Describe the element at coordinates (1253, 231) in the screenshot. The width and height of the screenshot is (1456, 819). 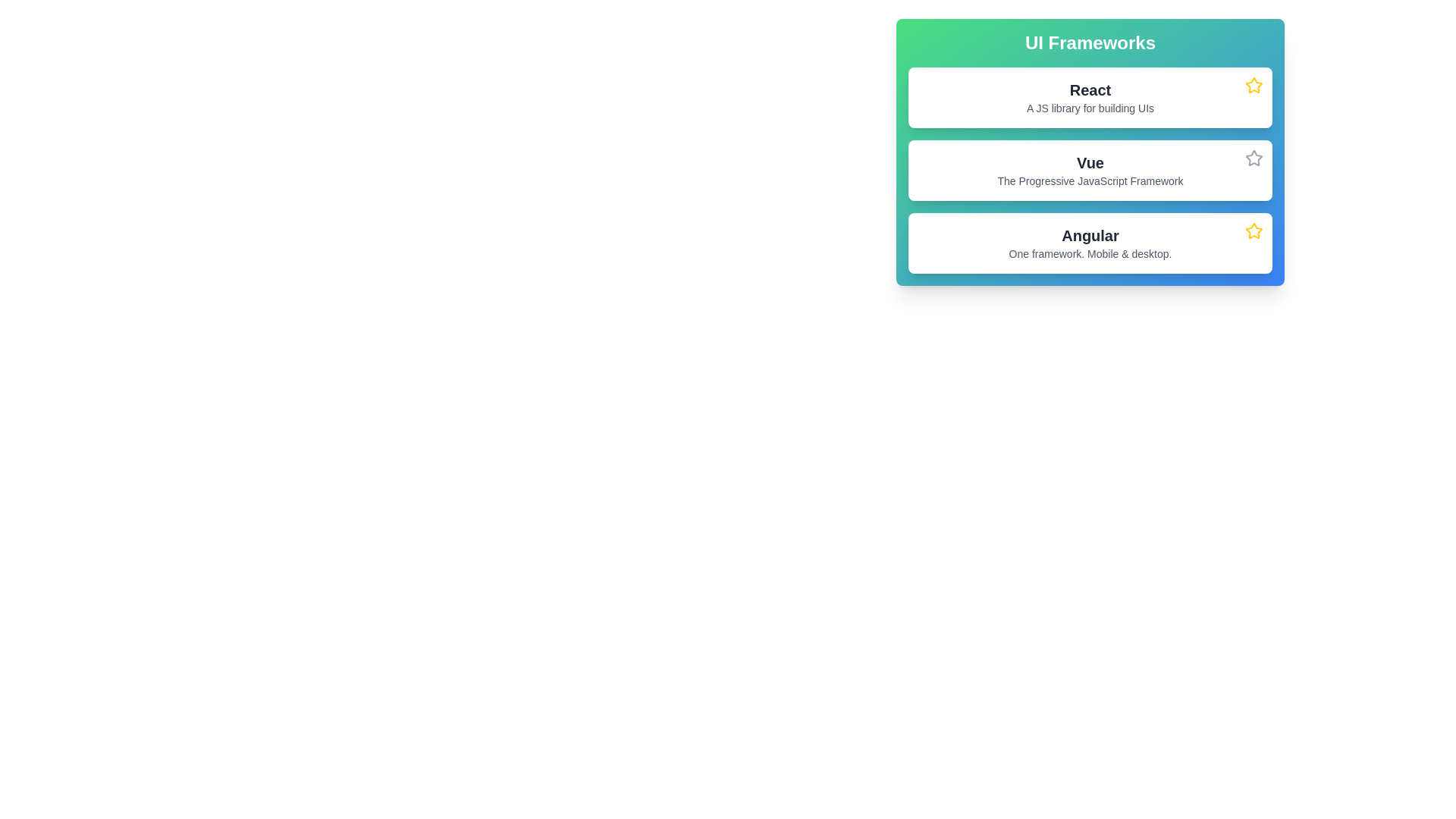
I see `the star-shaped icon with a yellow stroke located in the bottommost 'Angular' card` at that location.